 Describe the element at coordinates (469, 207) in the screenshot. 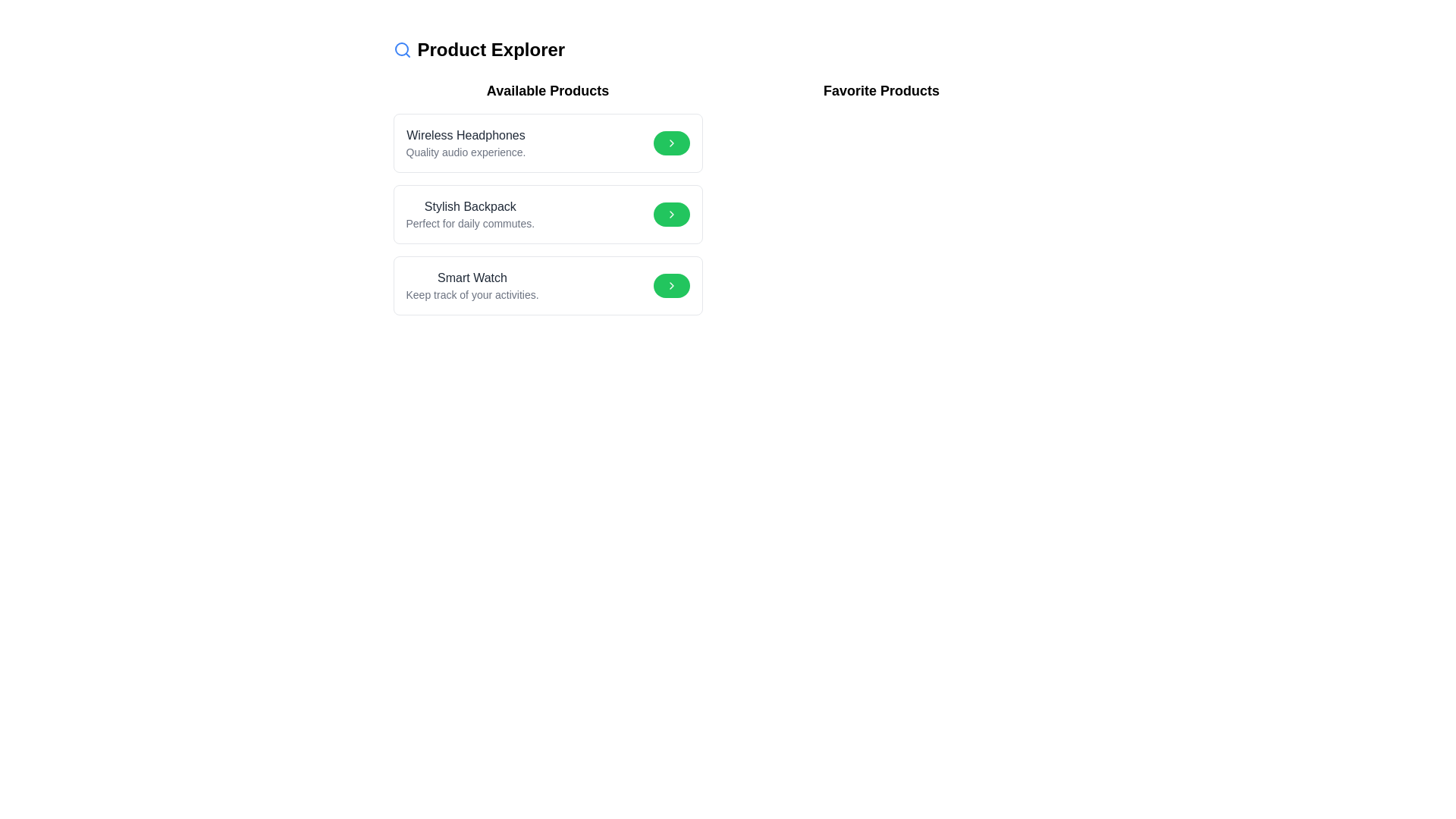

I see `the static text label for the product 'Stylish Backpack', which serves as the primary identification for this product entry` at that location.